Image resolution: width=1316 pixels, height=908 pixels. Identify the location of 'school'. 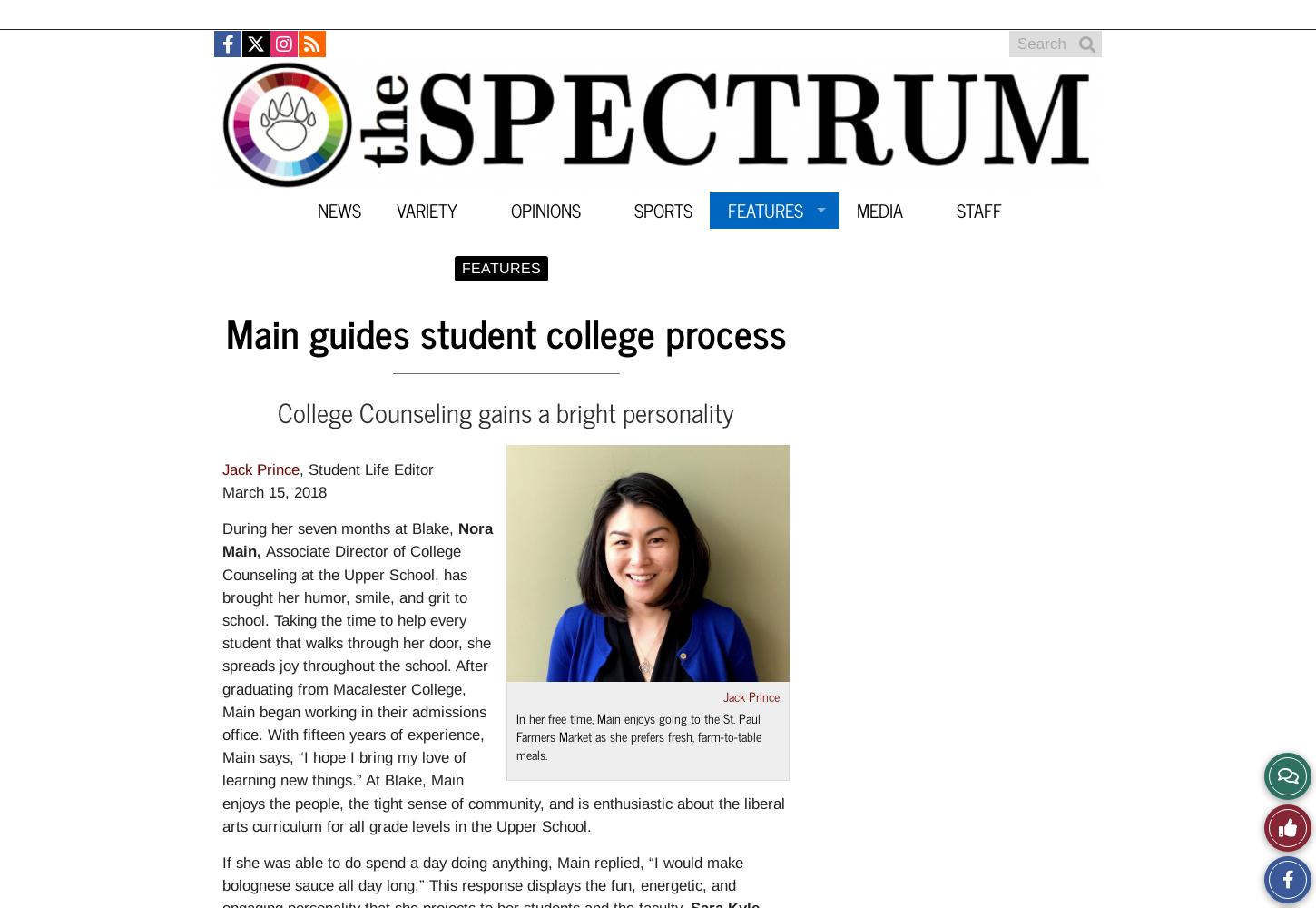
(222, 620).